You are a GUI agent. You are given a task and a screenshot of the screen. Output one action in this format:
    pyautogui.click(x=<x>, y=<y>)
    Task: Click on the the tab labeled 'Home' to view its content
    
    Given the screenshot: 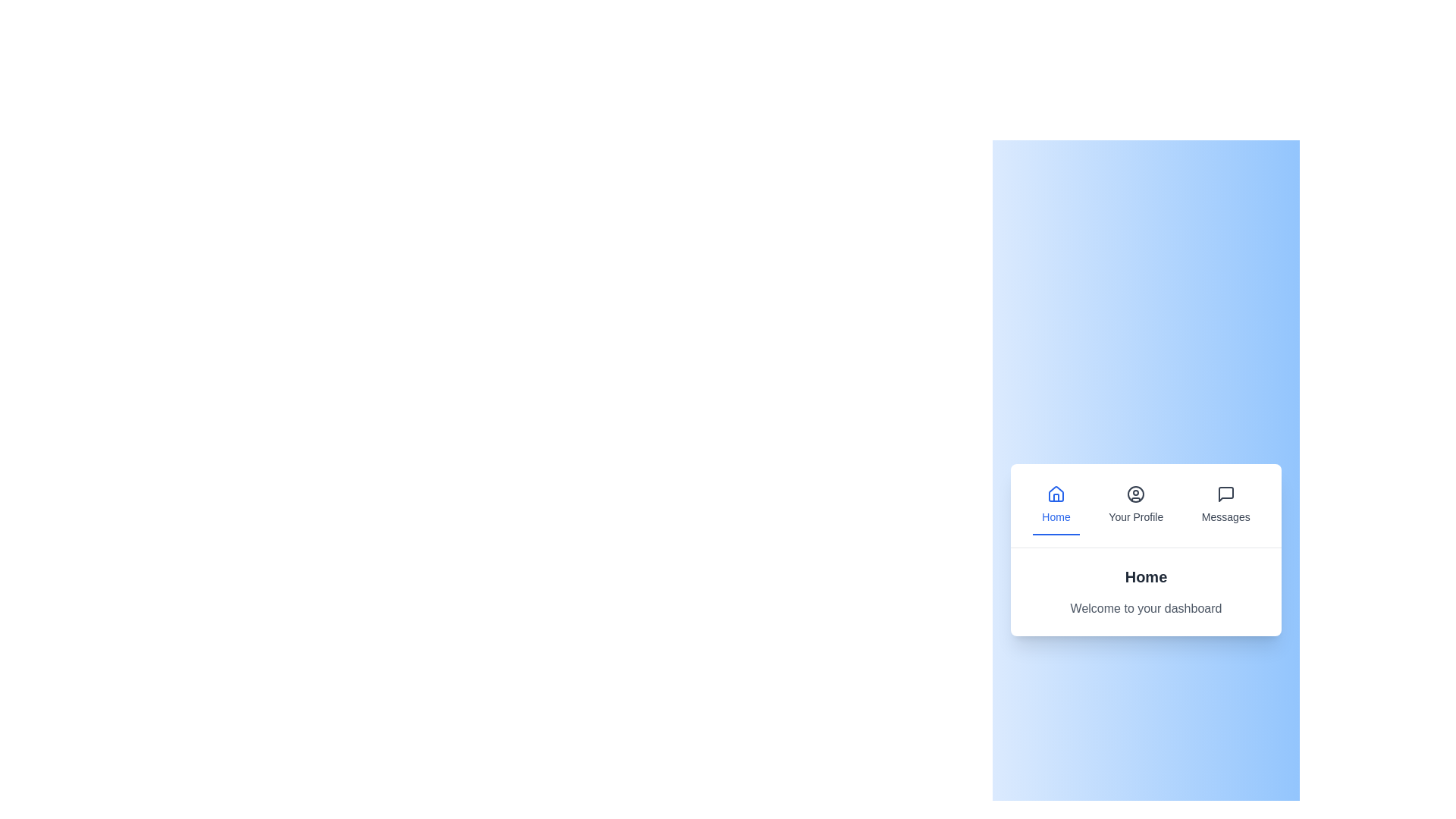 What is the action you would take?
    pyautogui.click(x=1055, y=505)
    